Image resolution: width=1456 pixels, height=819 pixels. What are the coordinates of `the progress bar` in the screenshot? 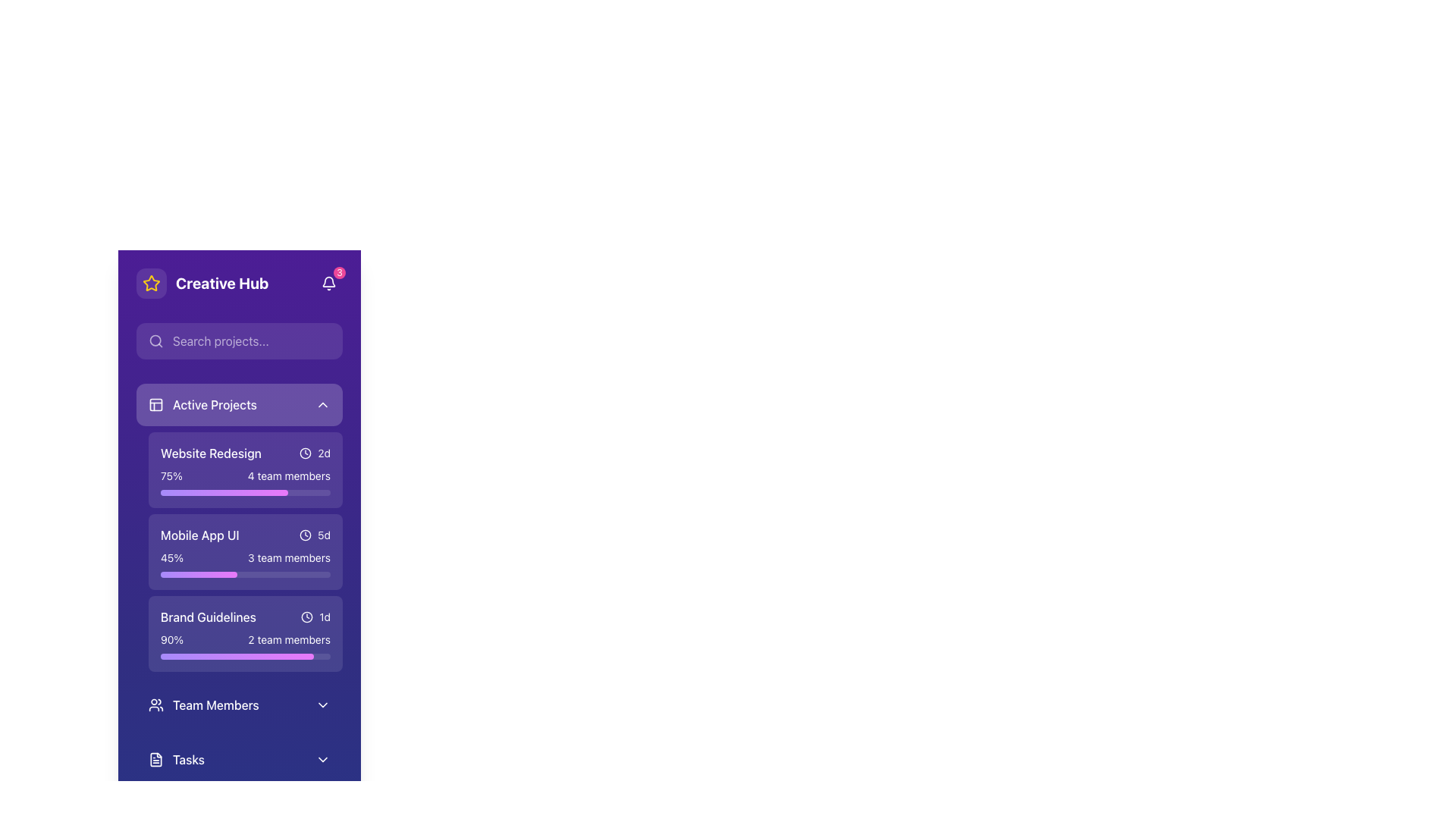 It's located at (297, 656).